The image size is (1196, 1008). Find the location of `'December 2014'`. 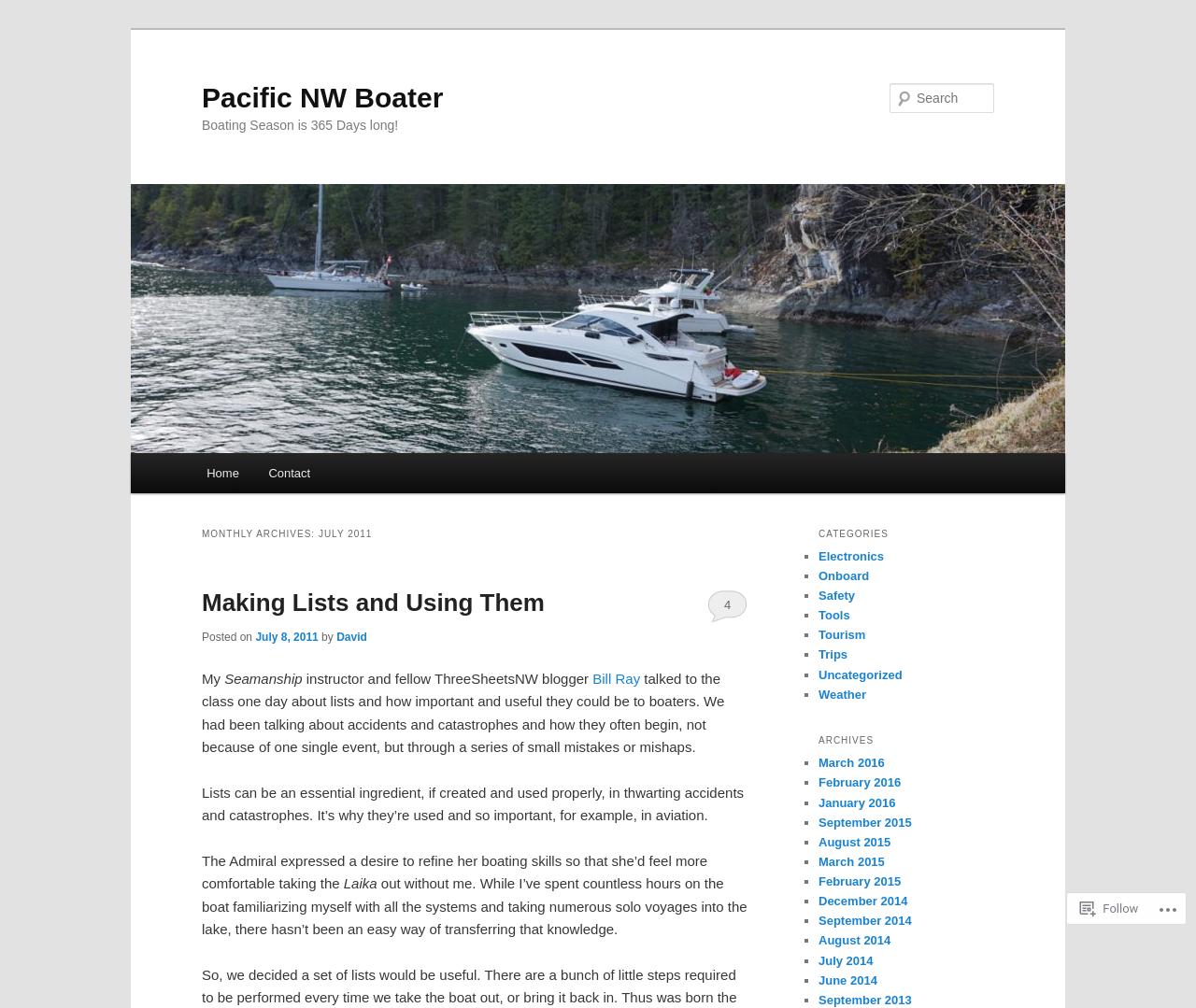

'December 2014' is located at coordinates (861, 900).